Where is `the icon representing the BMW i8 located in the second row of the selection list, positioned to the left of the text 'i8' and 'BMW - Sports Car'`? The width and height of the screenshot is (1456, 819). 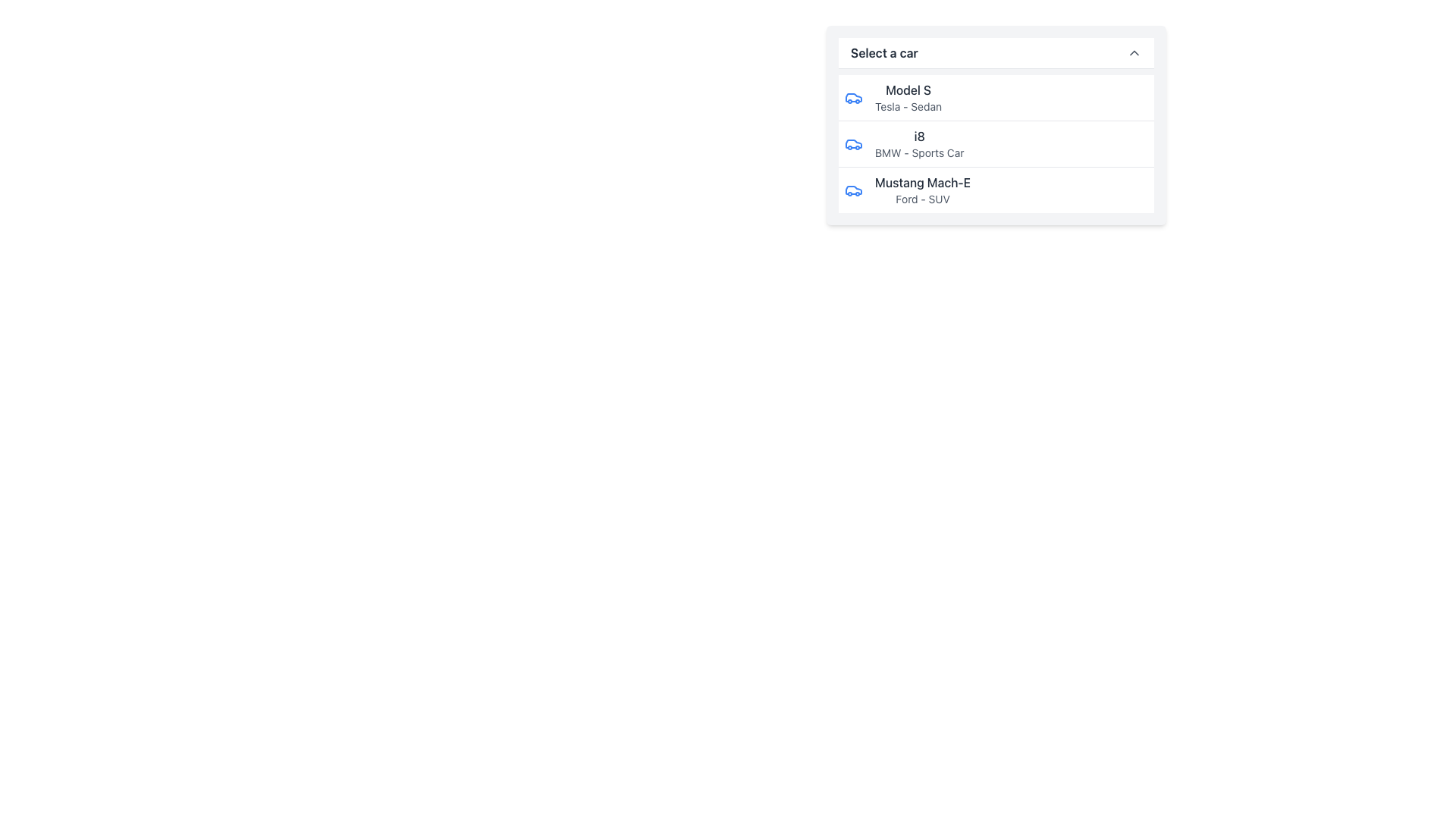
the icon representing the BMW i8 located in the second row of the selection list, positioned to the left of the text 'i8' and 'BMW - Sports Car' is located at coordinates (854, 143).